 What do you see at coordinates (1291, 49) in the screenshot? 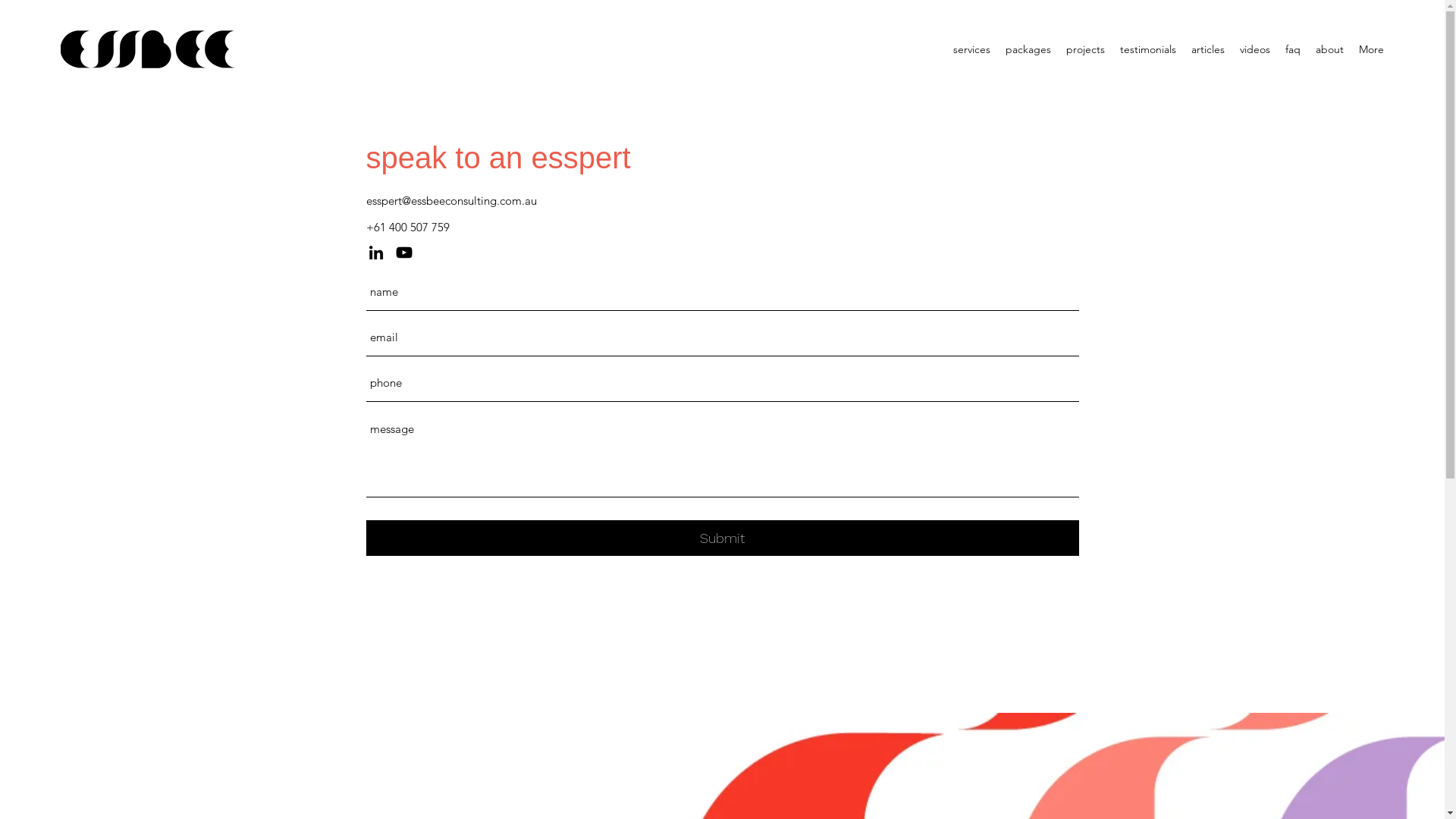
I see `'faq'` at bounding box center [1291, 49].